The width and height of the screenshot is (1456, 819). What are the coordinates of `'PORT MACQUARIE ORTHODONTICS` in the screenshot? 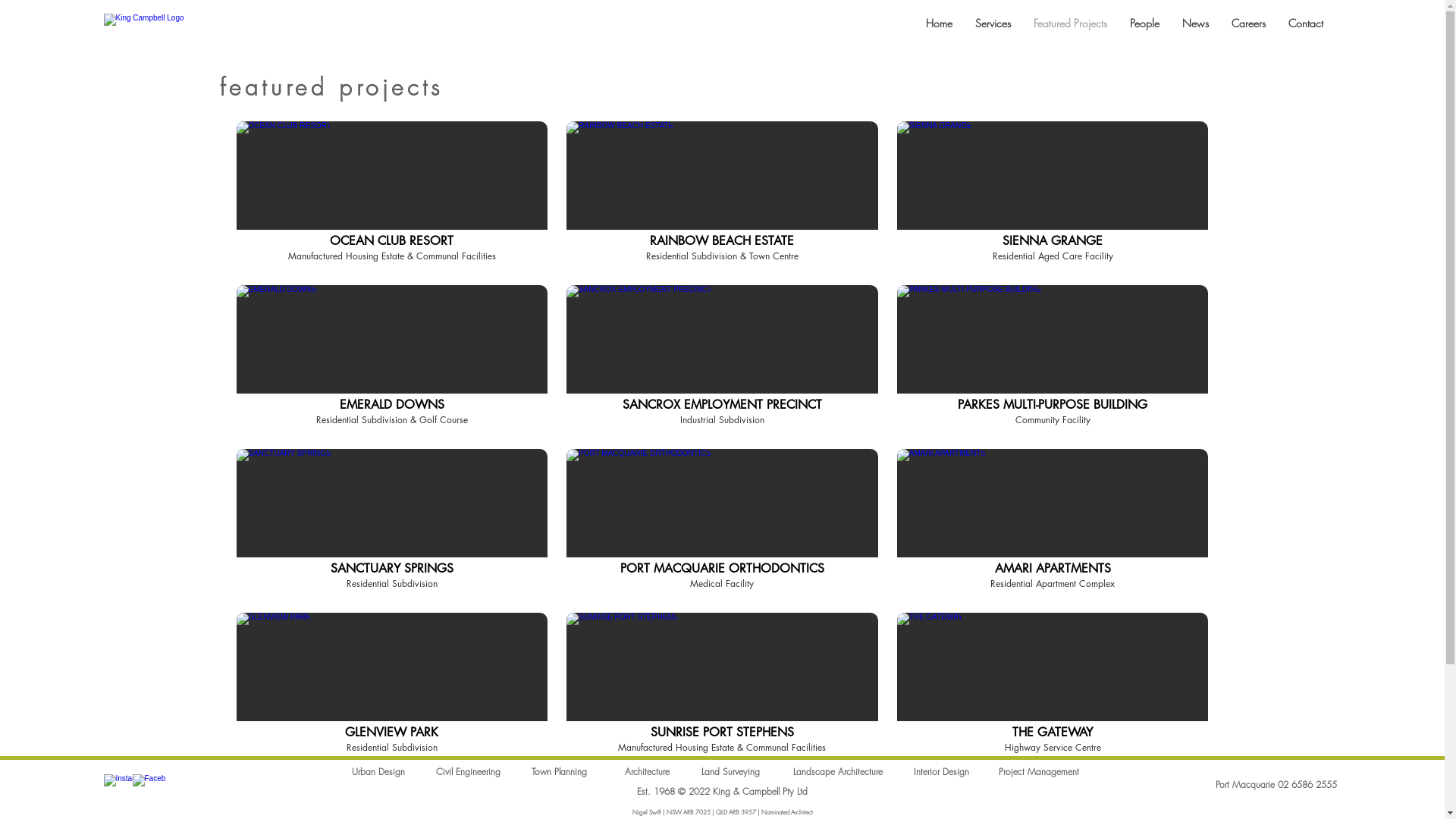 It's located at (721, 520).